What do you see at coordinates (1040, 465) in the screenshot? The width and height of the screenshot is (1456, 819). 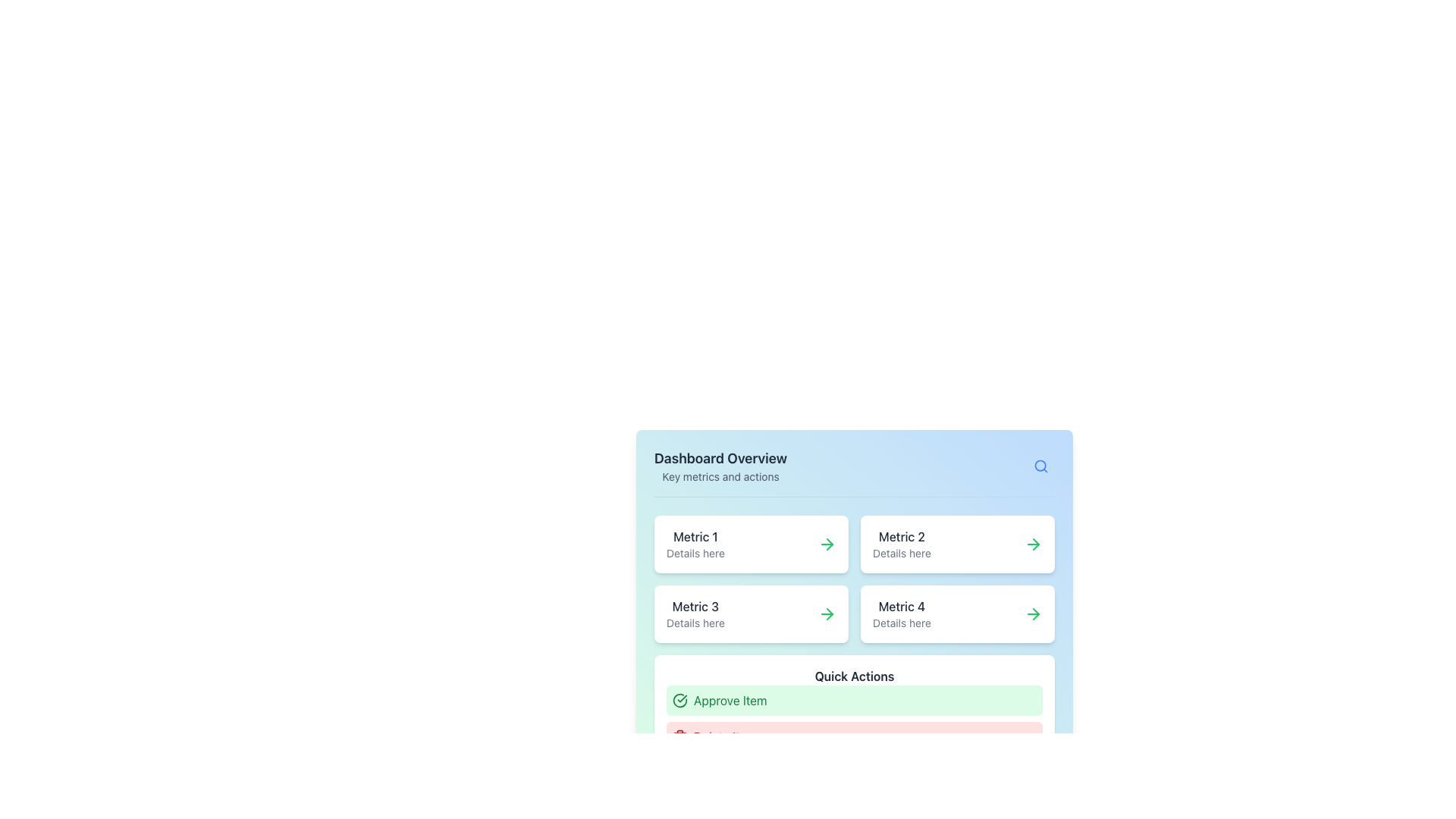 I see `the central circle of the magnifying glass icon located at the top-right corner, which serves as a search button` at bounding box center [1040, 465].